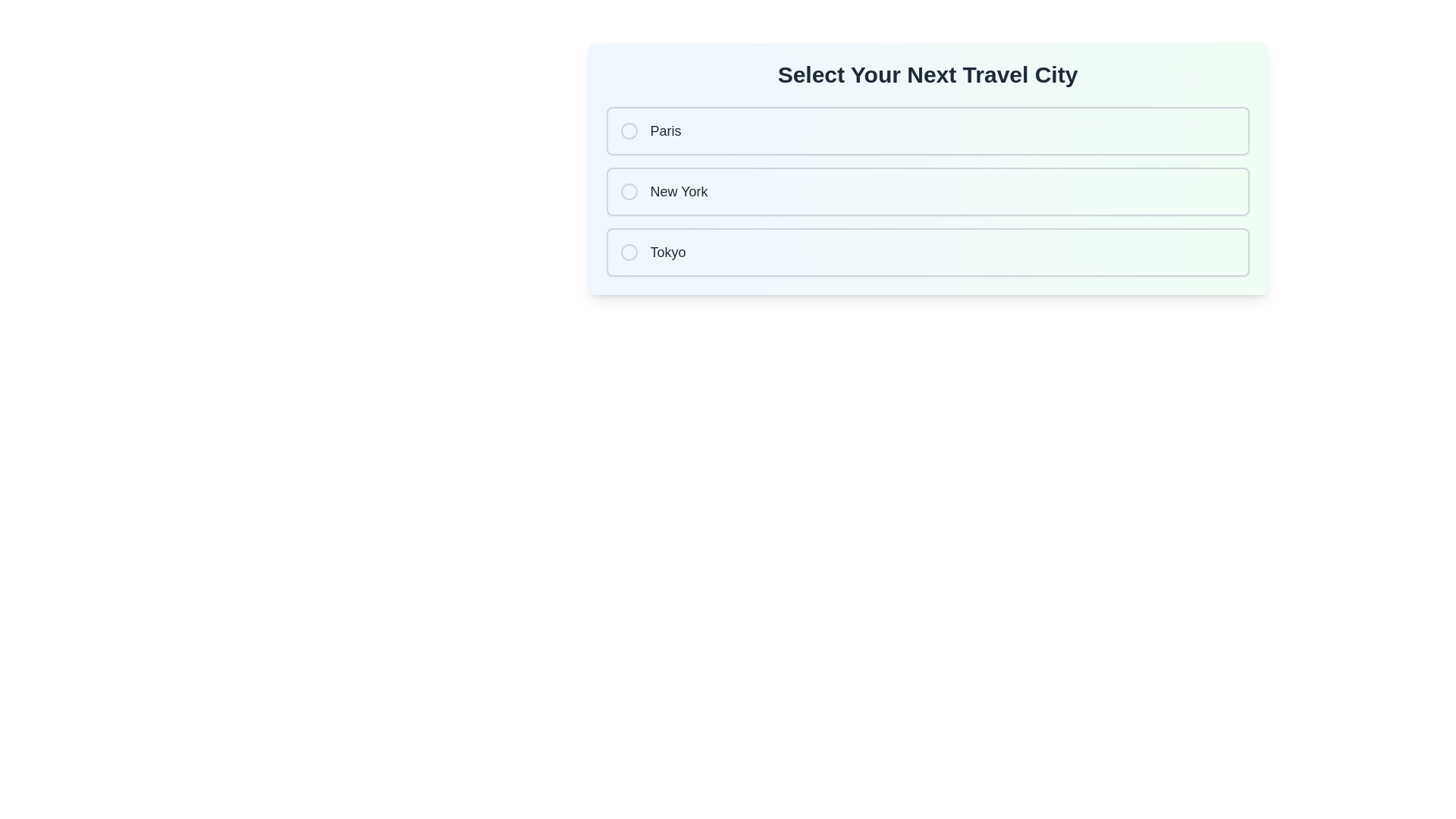 This screenshot has width=1456, height=819. I want to click on to select the 'Paris' radio button option, which is the first in a group of three options labeled 'Paris', 'New York', and 'Tokyo', located in the 'Select Your Next Travel City' section, so click(927, 130).